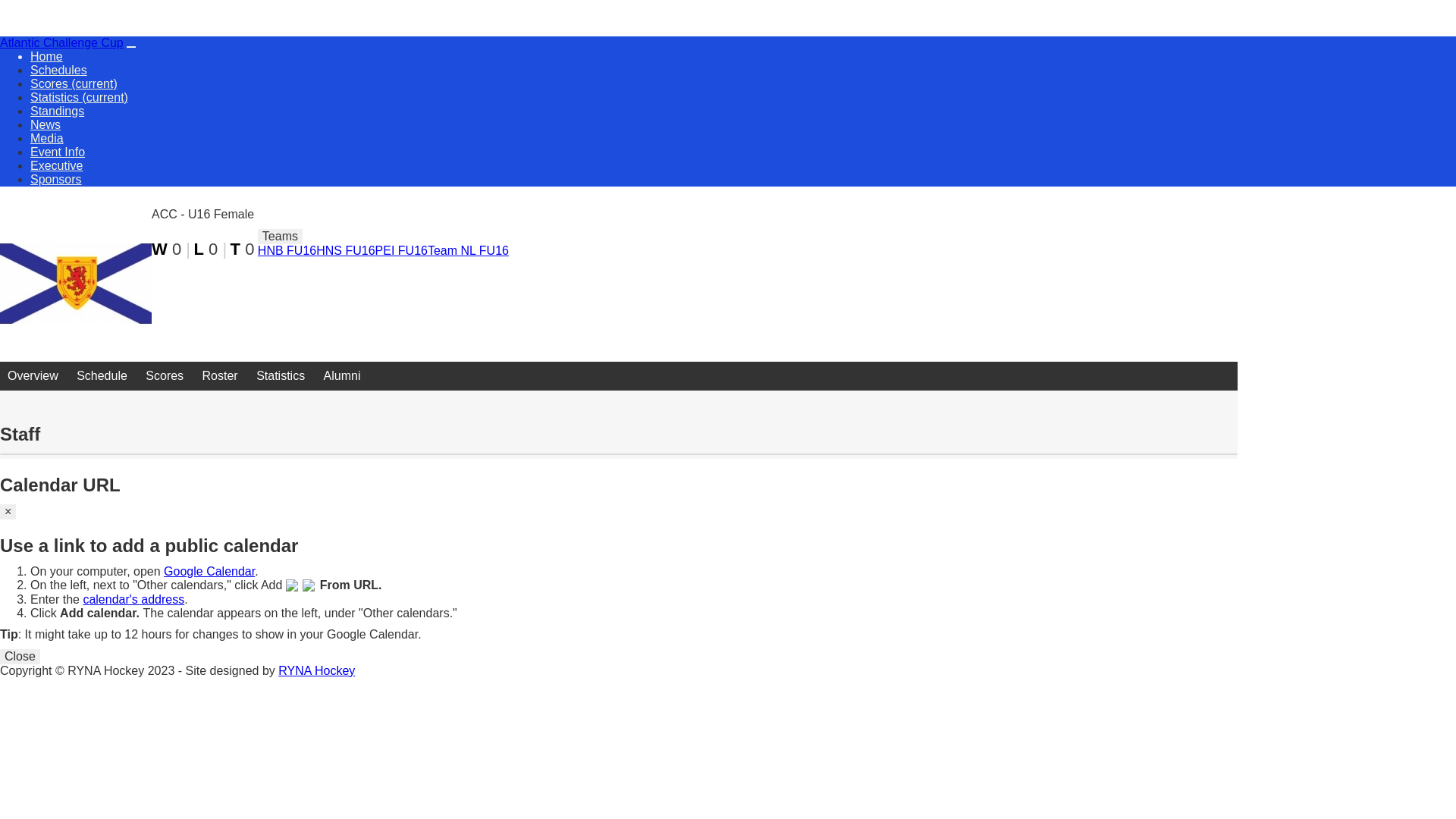  Describe the element at coordinates (280, 237) in the screenshot. I see `'Teams'` at that location.